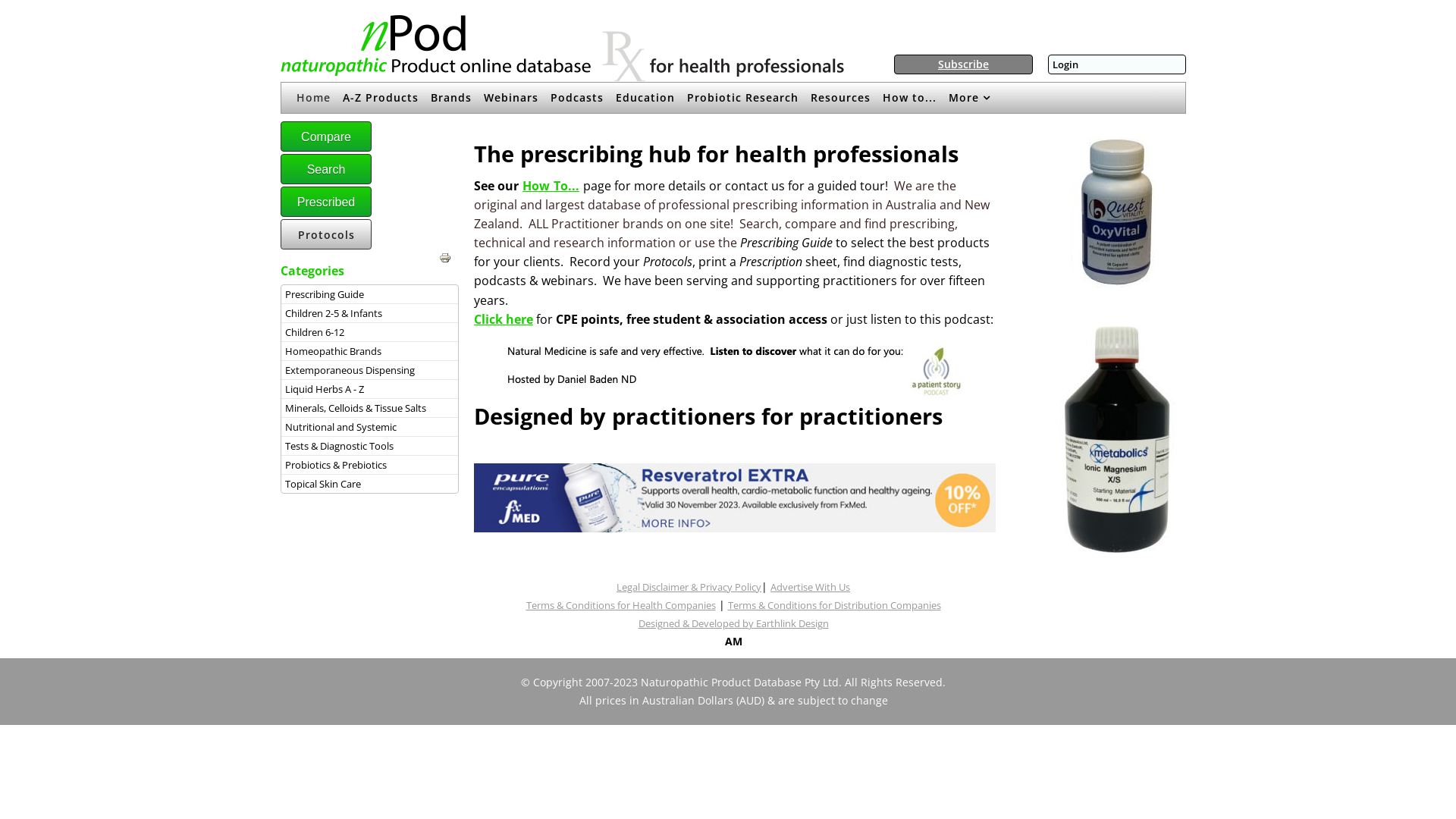 This screenshot has height=819, width=1456. I want to click on 'Tests & Diagnostic Tools', so click(284, 444).